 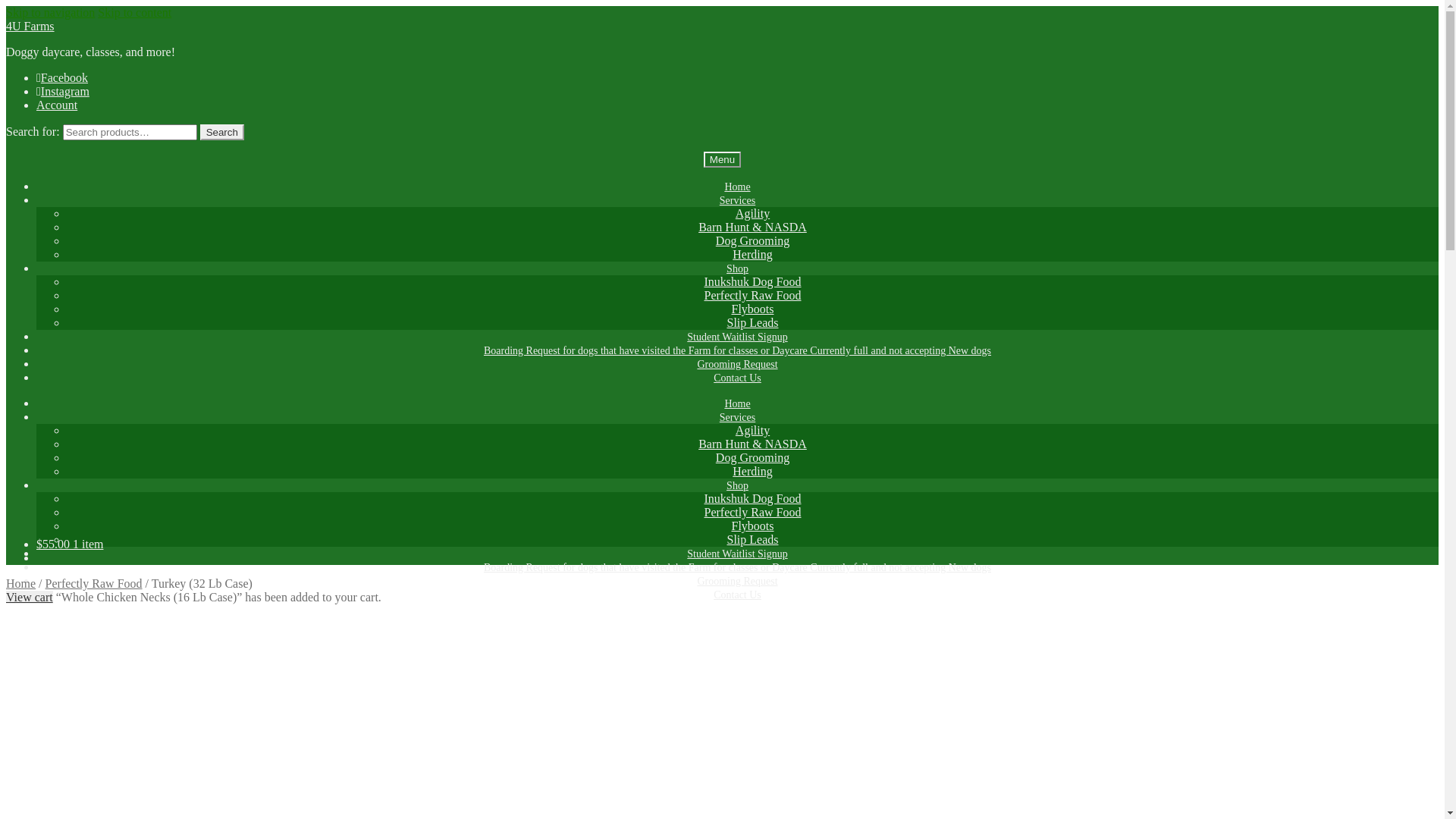 I want to click on 'Skip to content', so click(x=134, y=12).